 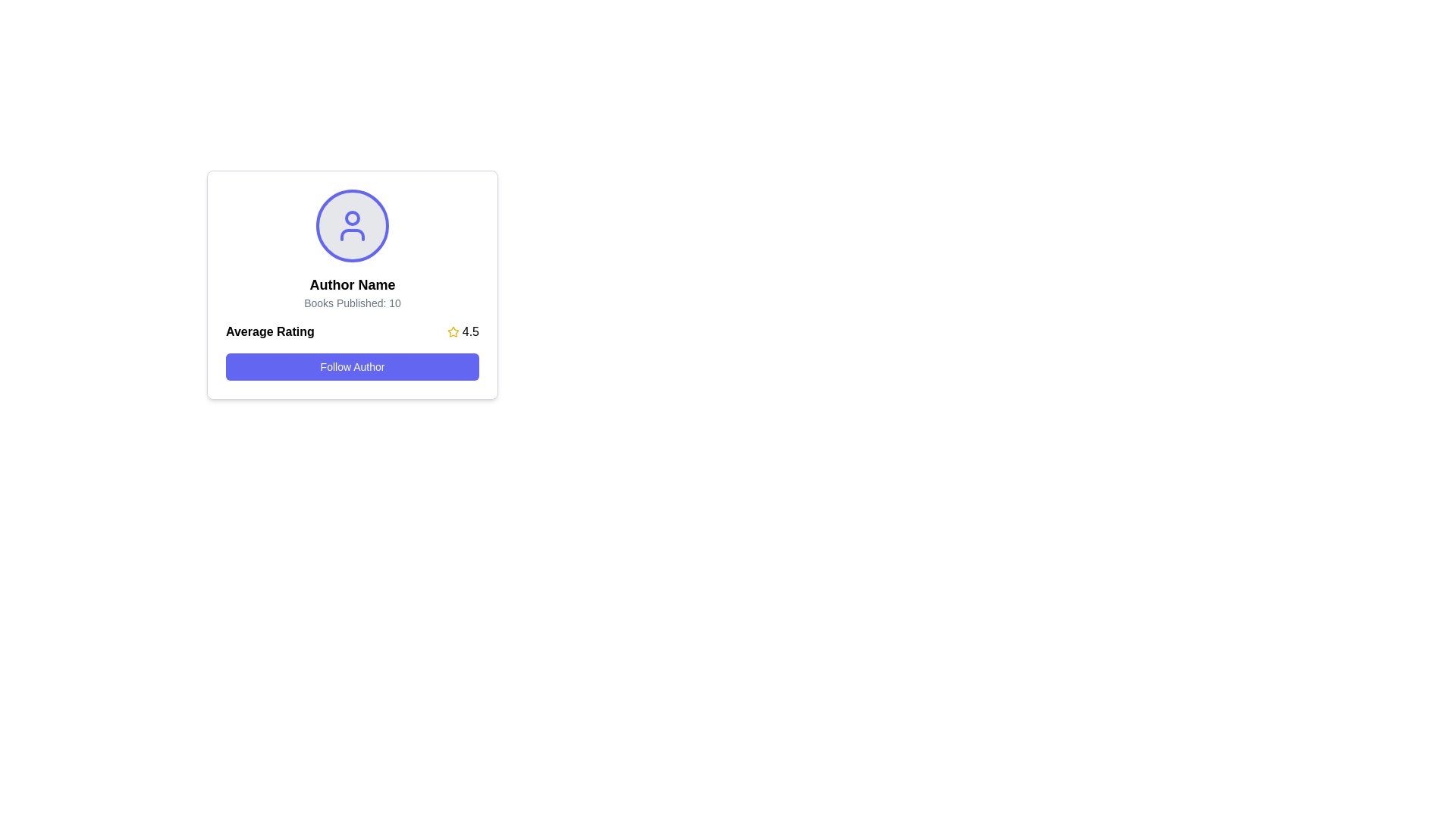 I want to click on the Text Label that provides information on the number of books published by the author, located directly under the 'Author Name' heading within the profile card, so click(x=352, y=303).